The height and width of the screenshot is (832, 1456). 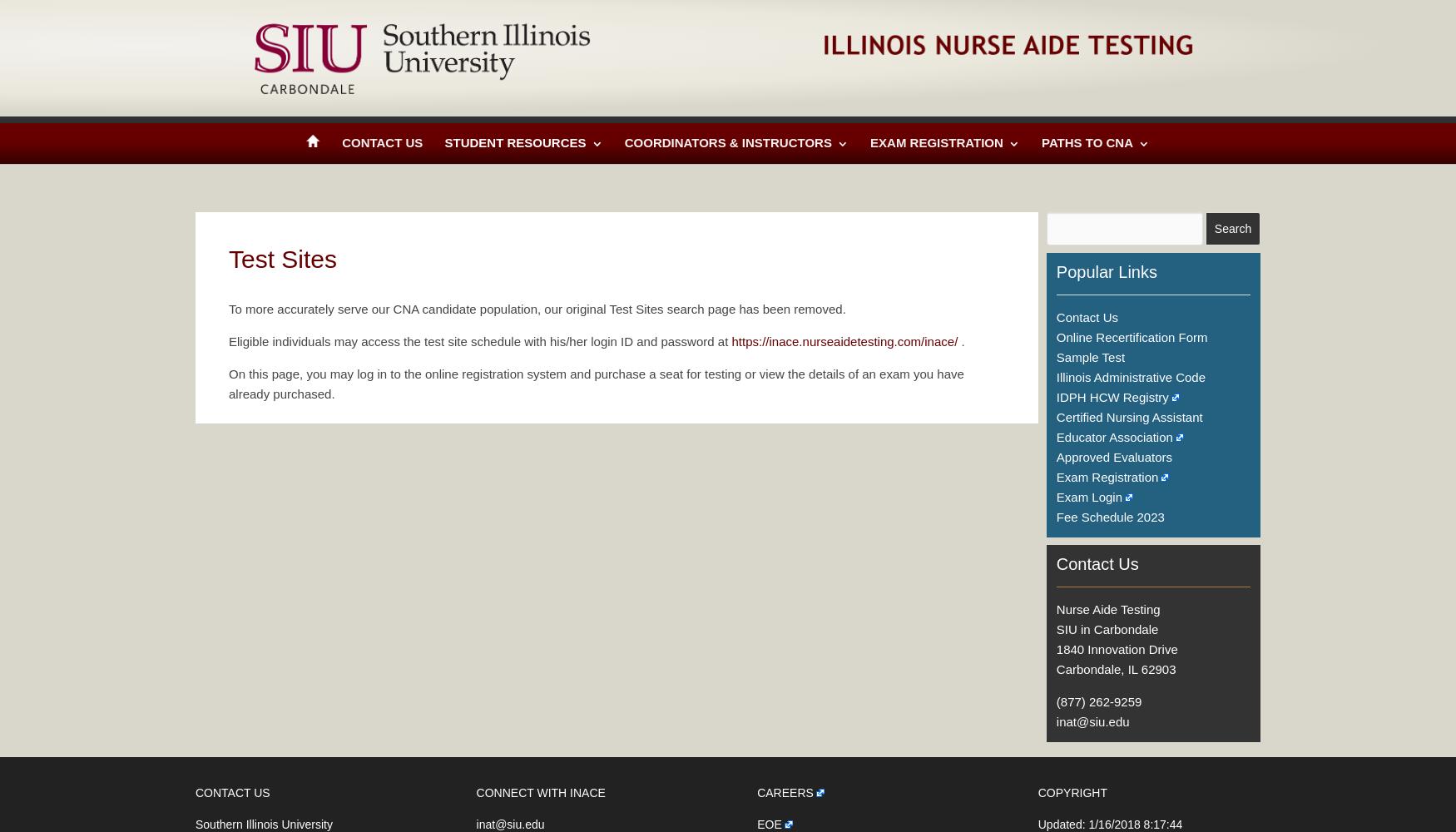 What do you see at coordinates (497, 230) in the screenshot?
I see `'Training Programs'` at bounding box center [497, 230].